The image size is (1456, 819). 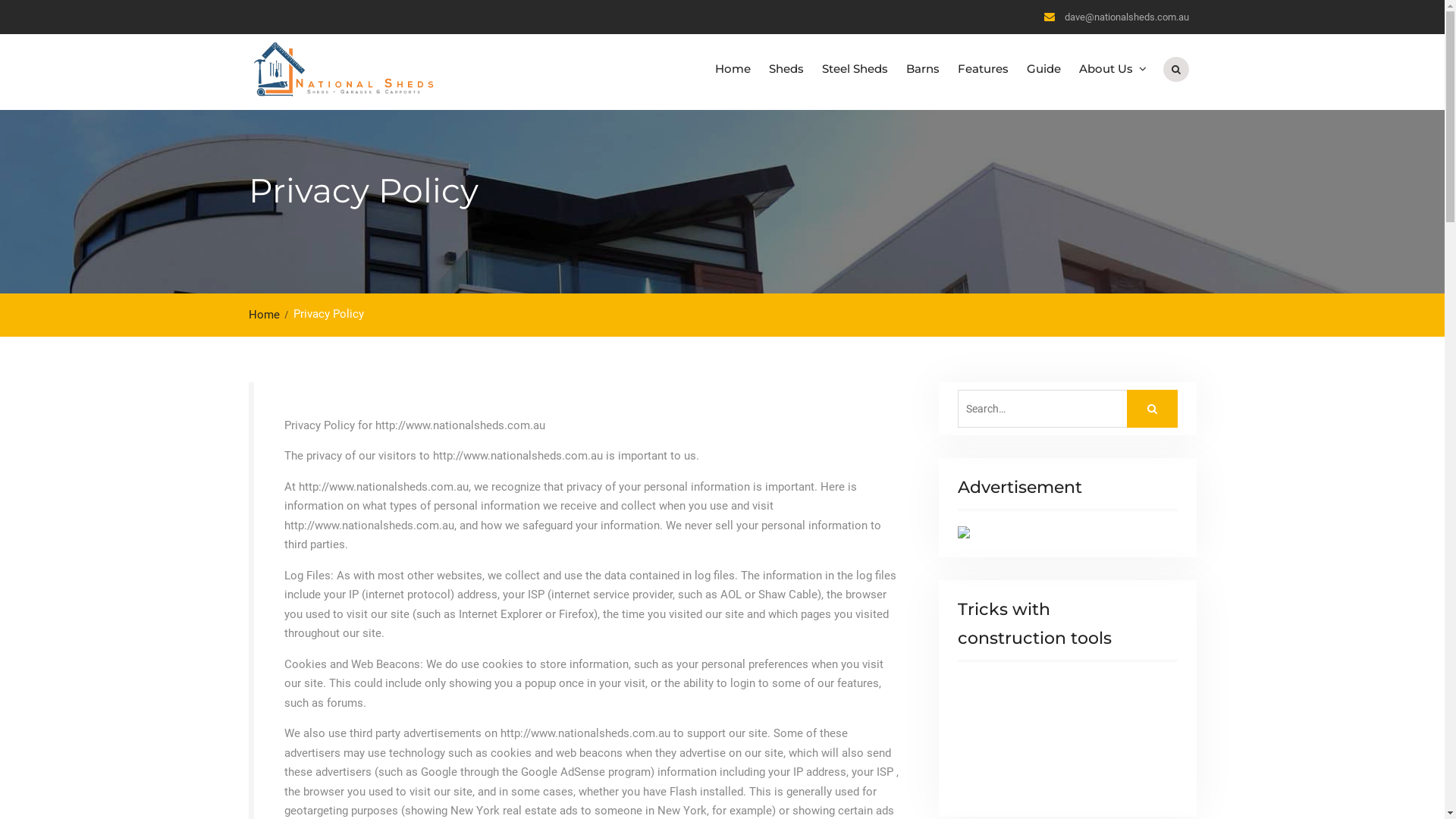 What do you see at coordinates (982, 69) in the screenshot?
I see `'Features'` at bounding box center [982, 69].